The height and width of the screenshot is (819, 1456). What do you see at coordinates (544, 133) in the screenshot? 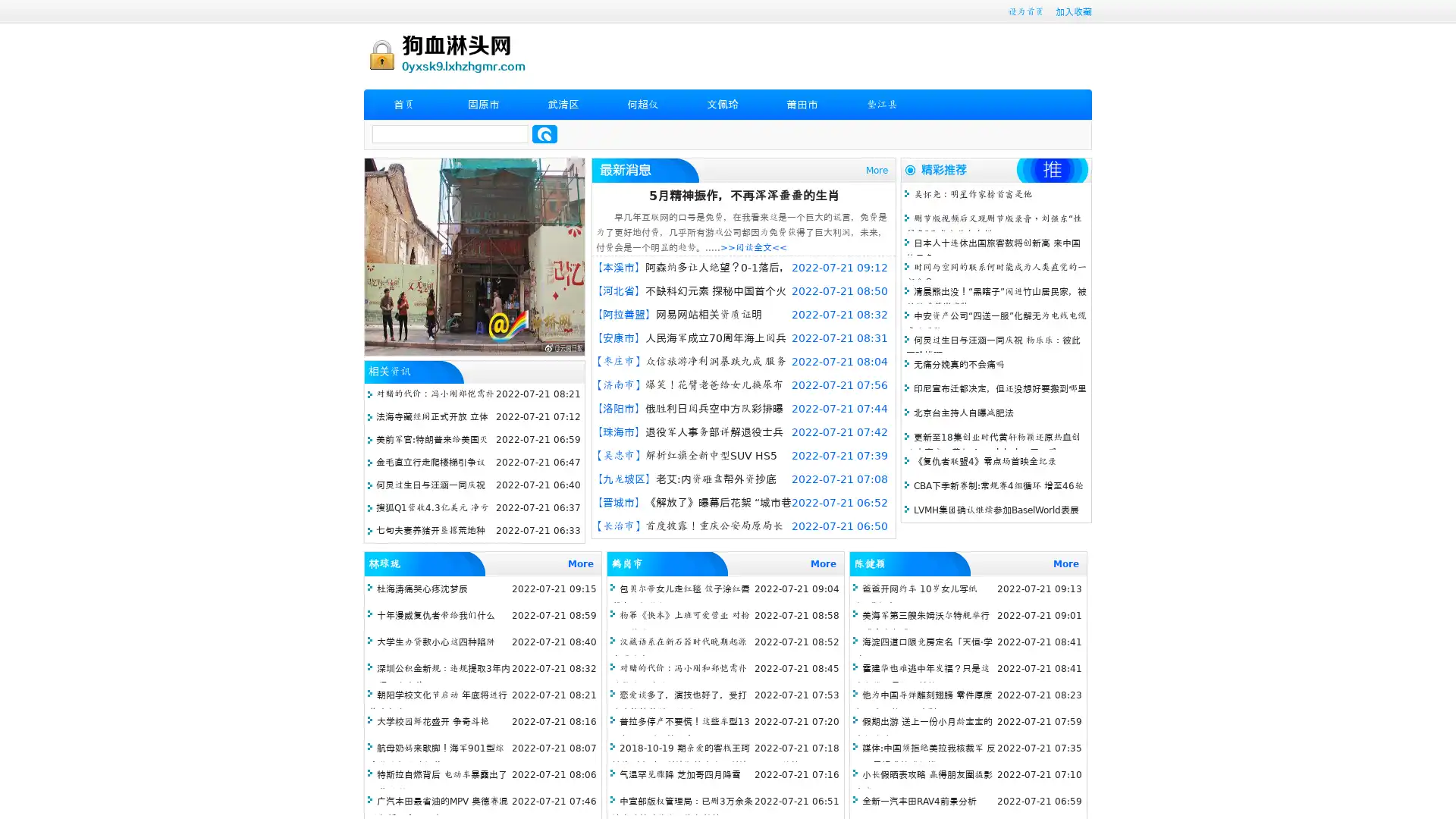
I see `Search` at bounding box center [544, 133].